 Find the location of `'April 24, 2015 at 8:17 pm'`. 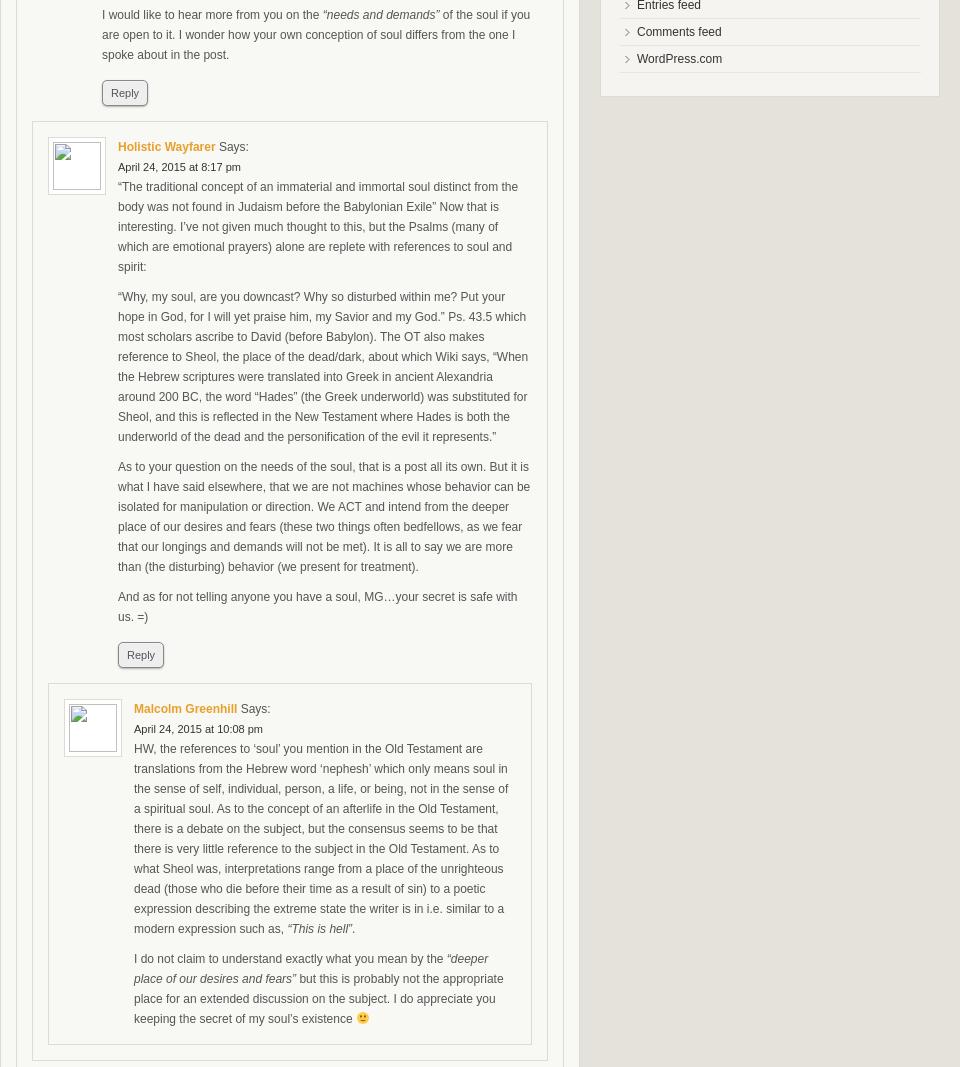

'April 24, 2015 at 8:17 pm' is located at coordinates (178, 165).